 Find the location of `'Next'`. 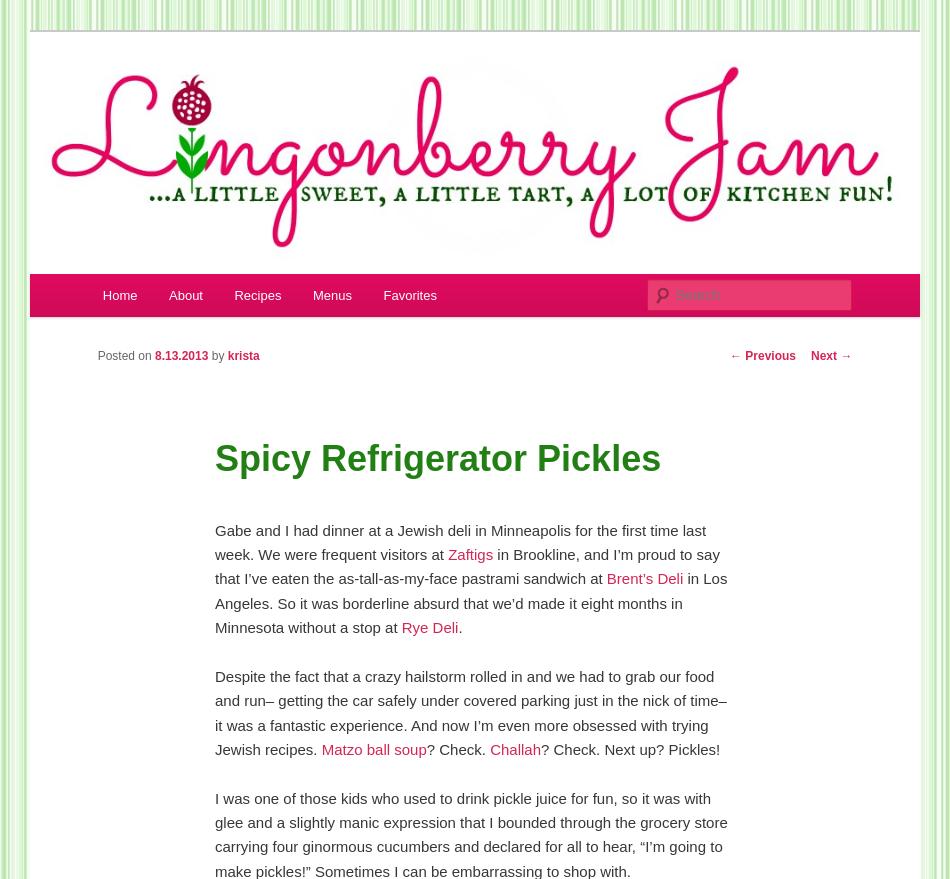

'Next' is located at coordinates (824, 354).